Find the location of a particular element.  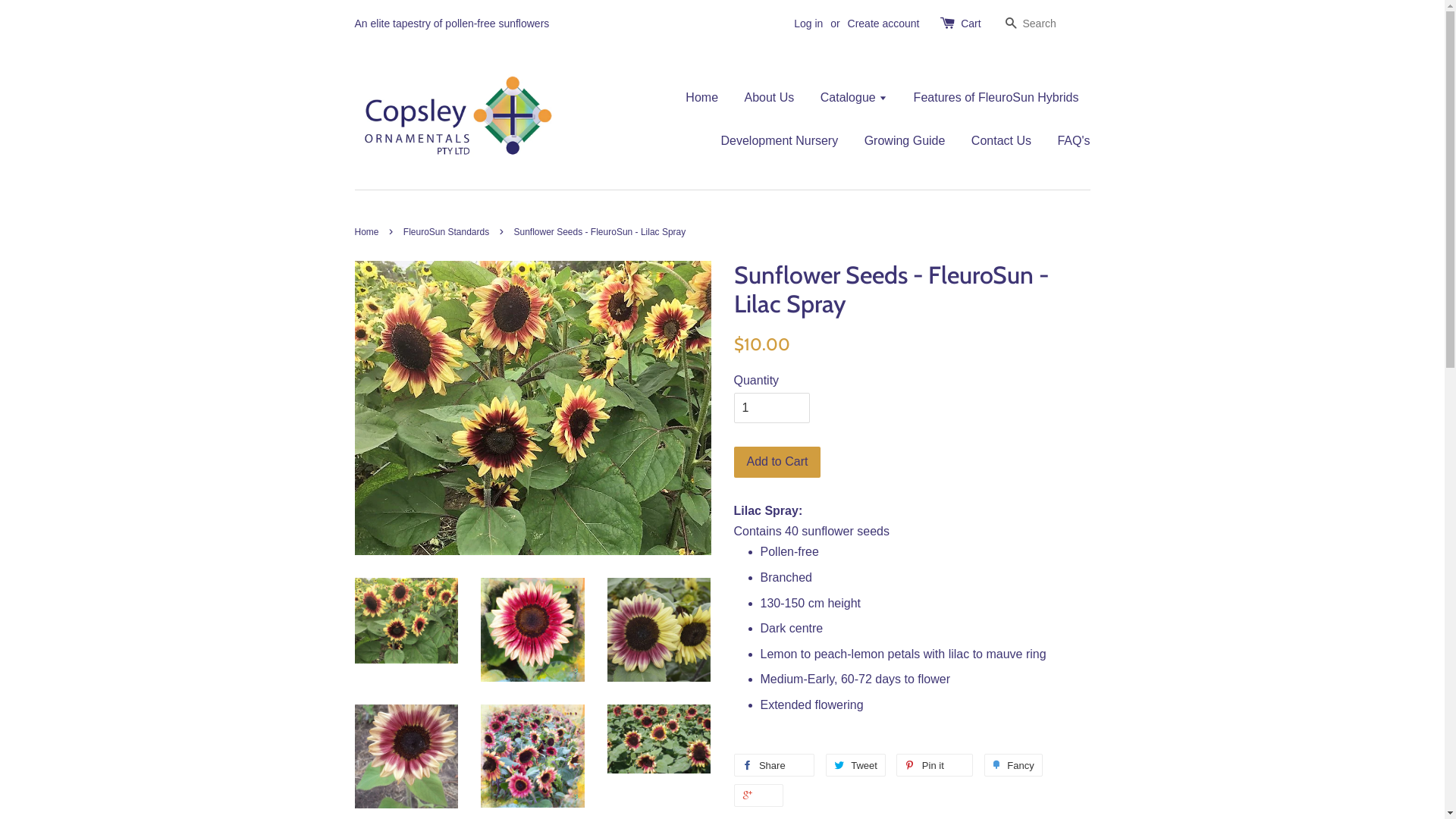

'About Us' is located at coordinates (768, 97).